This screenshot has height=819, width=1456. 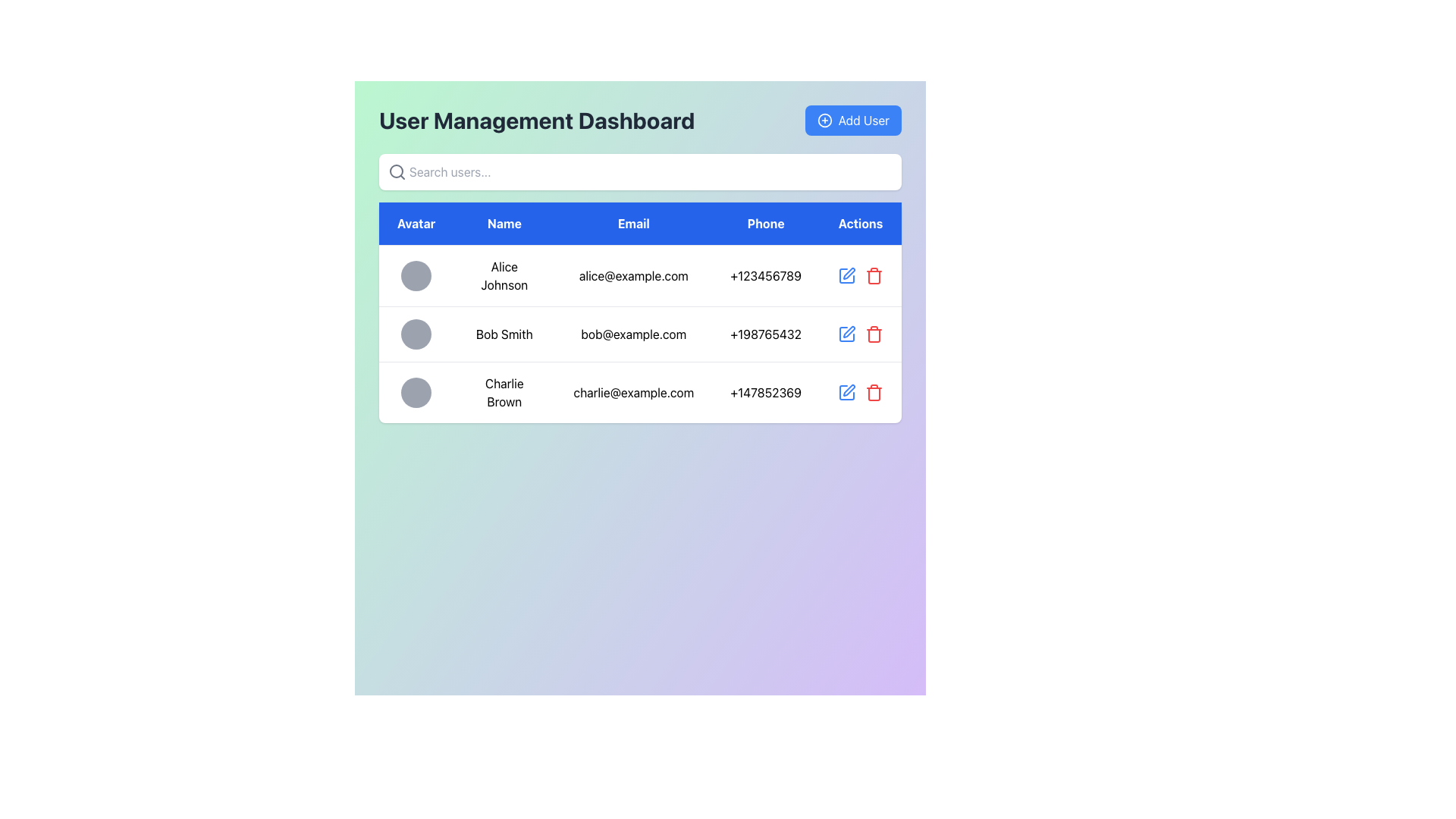 I want to click on the interactive control group of buttons/icons in the 'Actions' column, which includes an edit icon on the left and a delete icon on the right, located in the last row of the user management table aligned with 'Charlie Brown' and 'charlie@example.com', so click(x=860, y=391).